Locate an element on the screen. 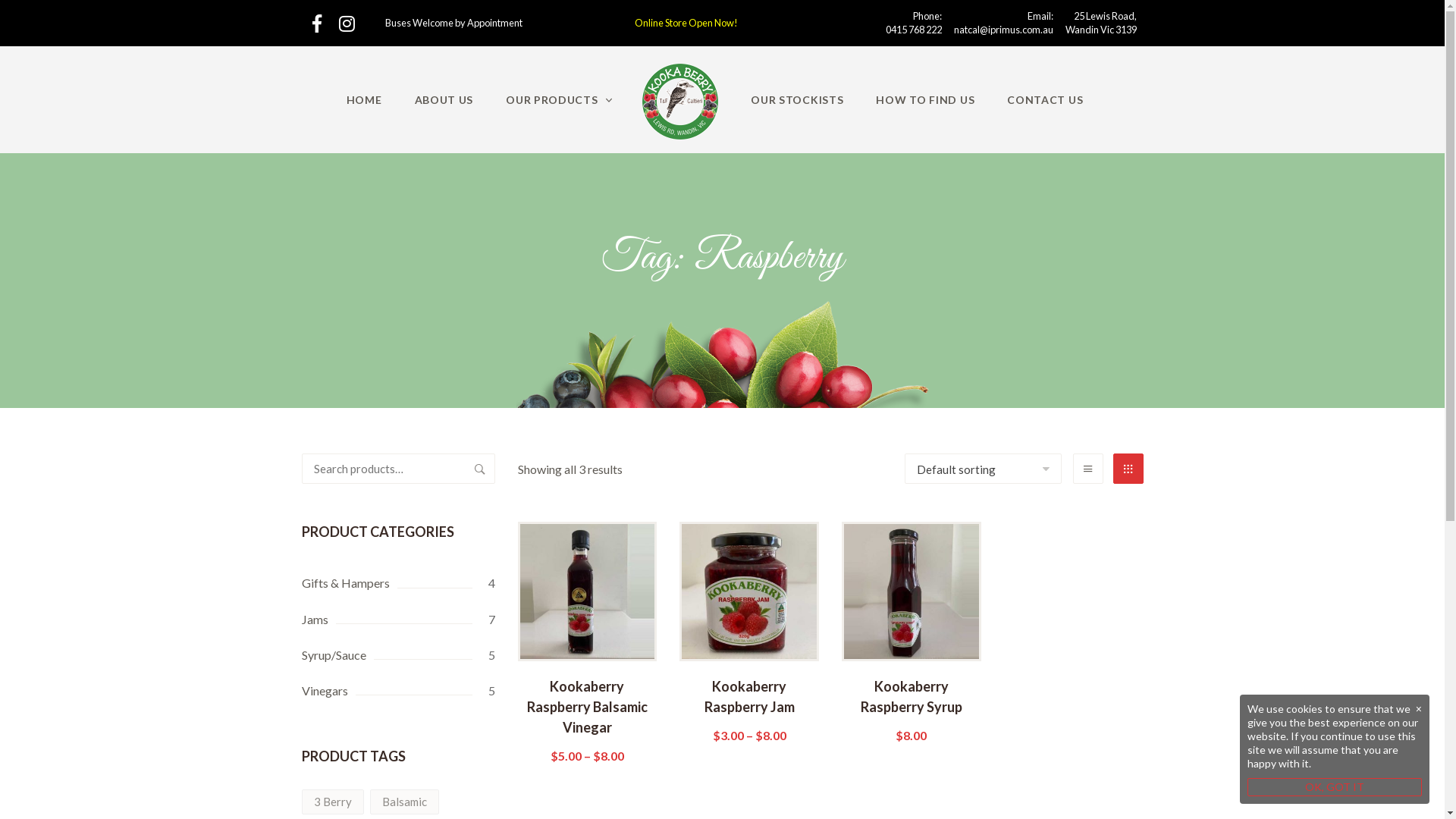 This screenshot has width=1456, height=819. 'natcal@iprimus.com.au' is located at coordinates (1003, 29).